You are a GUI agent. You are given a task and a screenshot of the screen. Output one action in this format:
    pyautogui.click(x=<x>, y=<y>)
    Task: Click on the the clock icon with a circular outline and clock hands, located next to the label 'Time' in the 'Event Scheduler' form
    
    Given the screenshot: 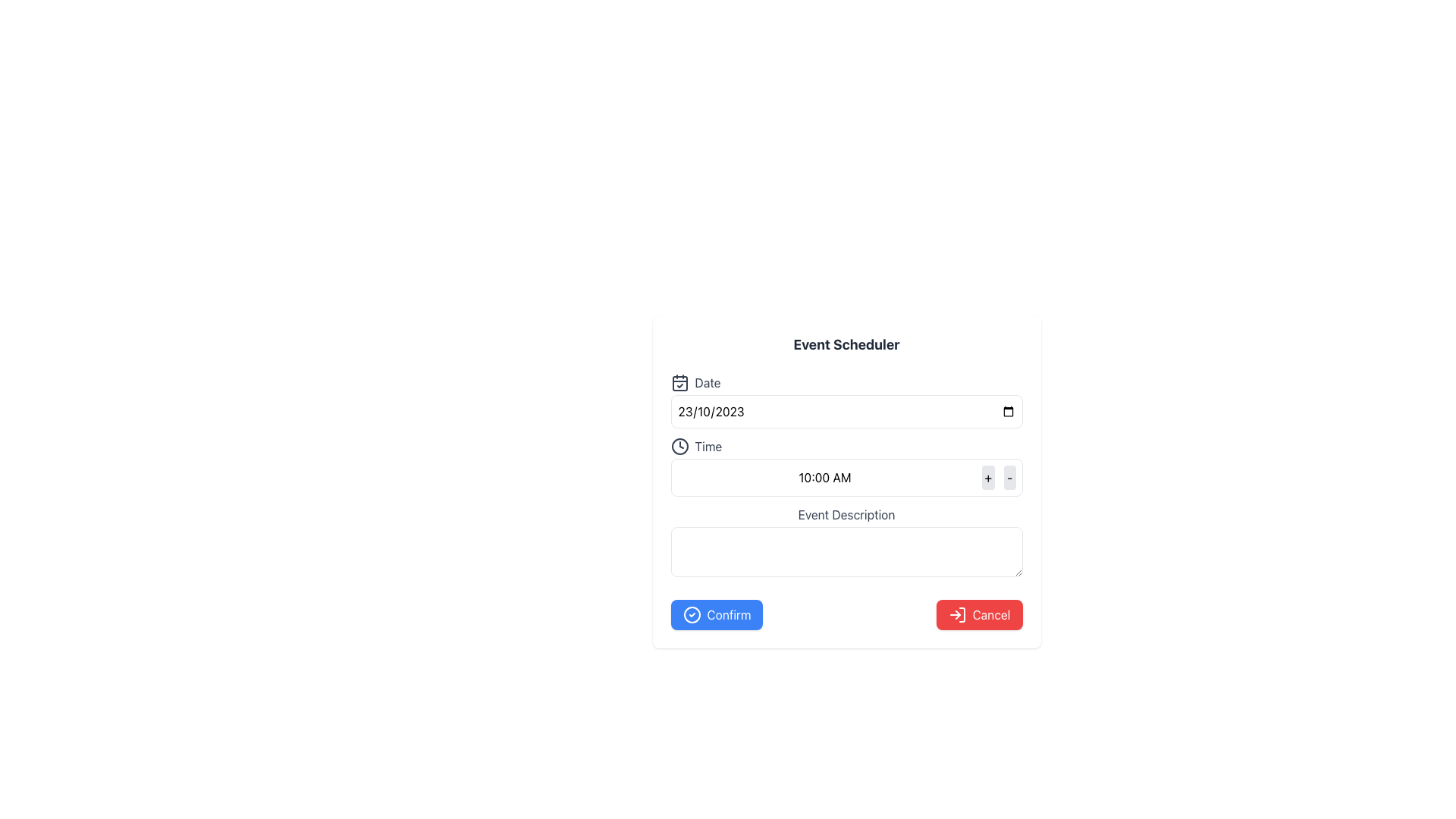 What is the action you would take?
    pyautogui.click(x=679, y=446)
    